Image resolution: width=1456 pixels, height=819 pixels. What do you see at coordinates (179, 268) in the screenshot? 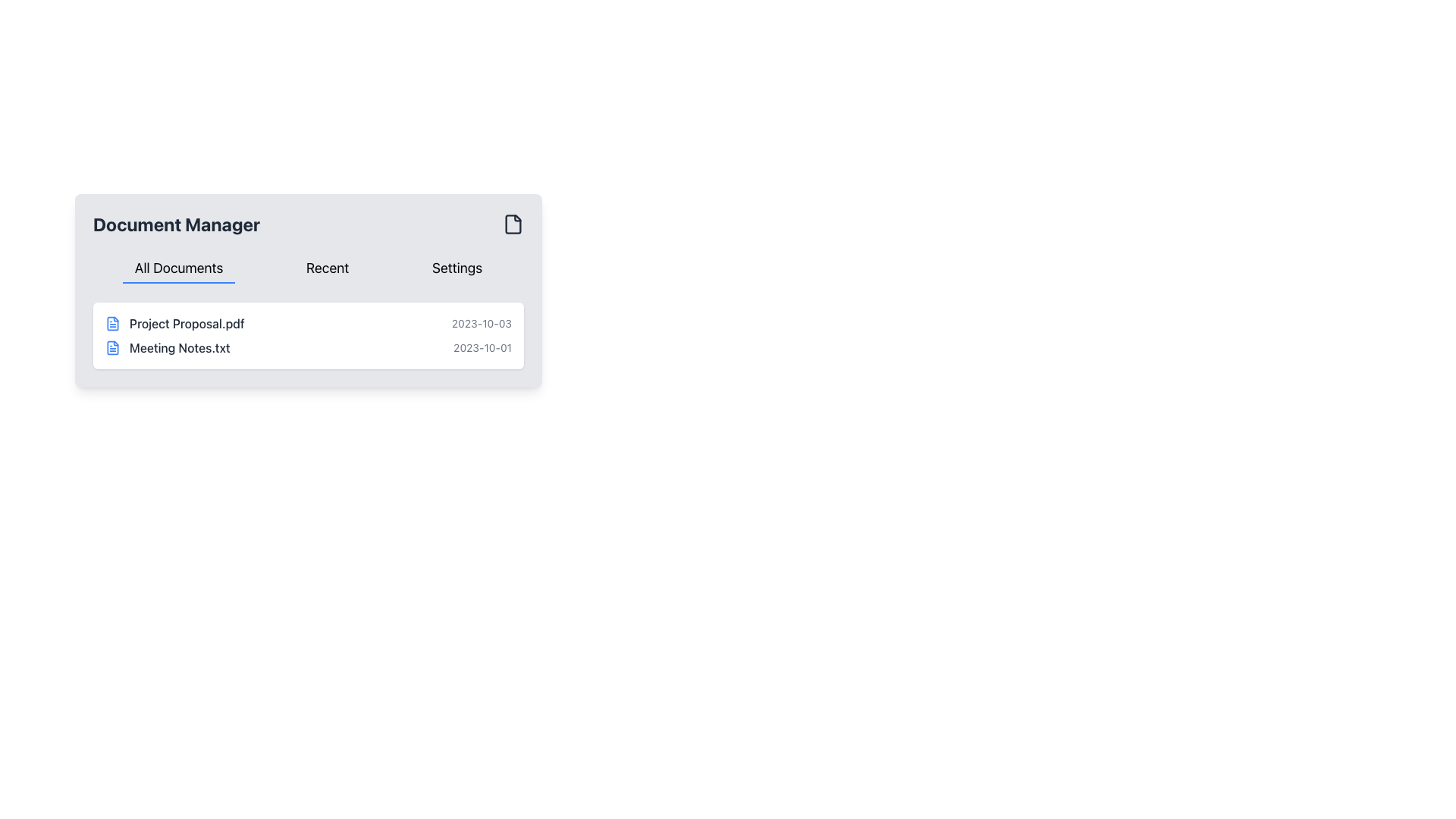
I see `the 'All Documents' navigation tab to change its color, which is the first tab in the navigation section under the 'Document Manager' header` at bounding box center [179, 268].